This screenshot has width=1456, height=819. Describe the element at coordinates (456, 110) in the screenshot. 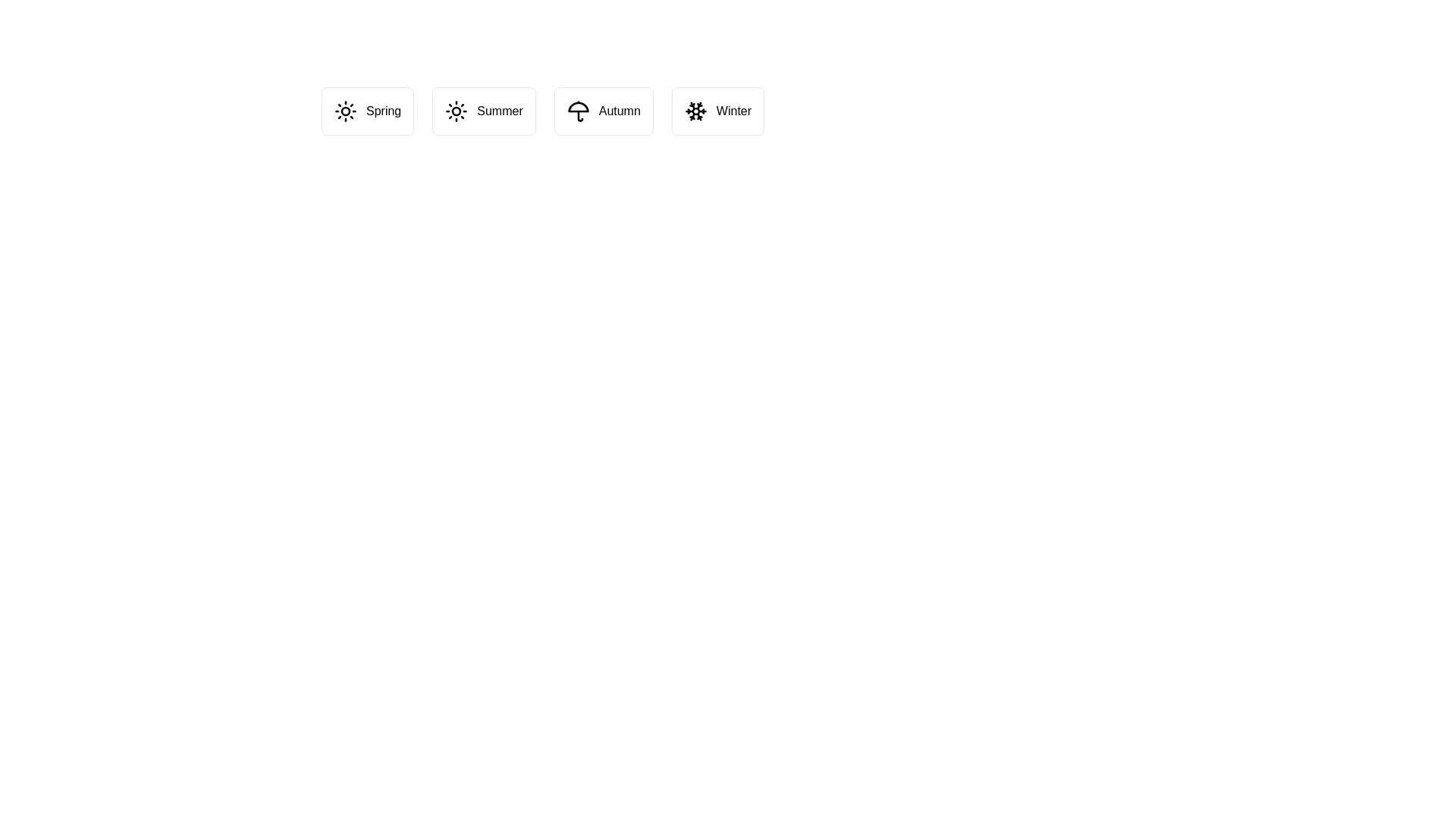

I see `the decorative icon representing the season 'Summer'` at that location.